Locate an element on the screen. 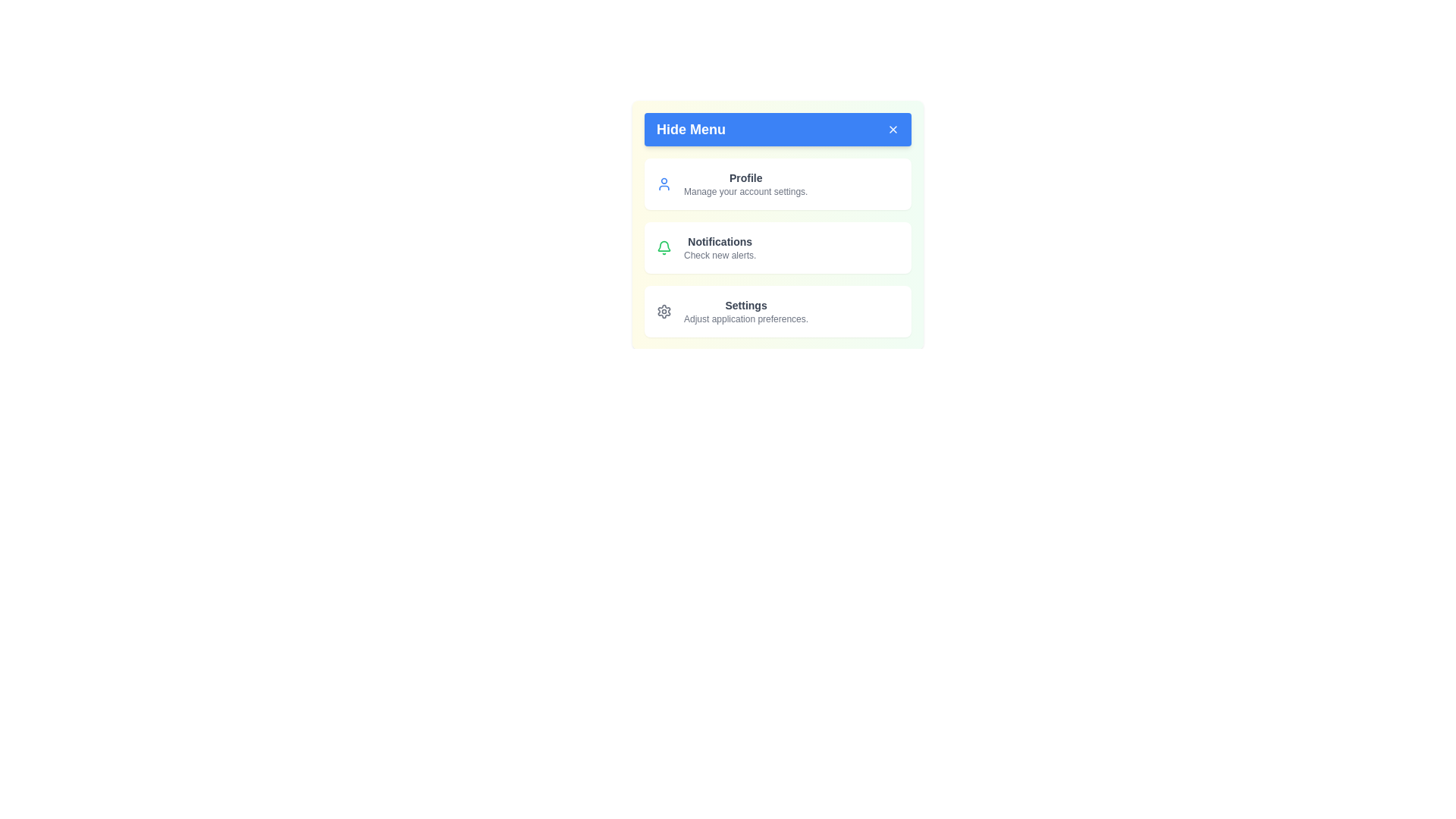  the menu item Settings from the menu is located at coordinates (778, 311).